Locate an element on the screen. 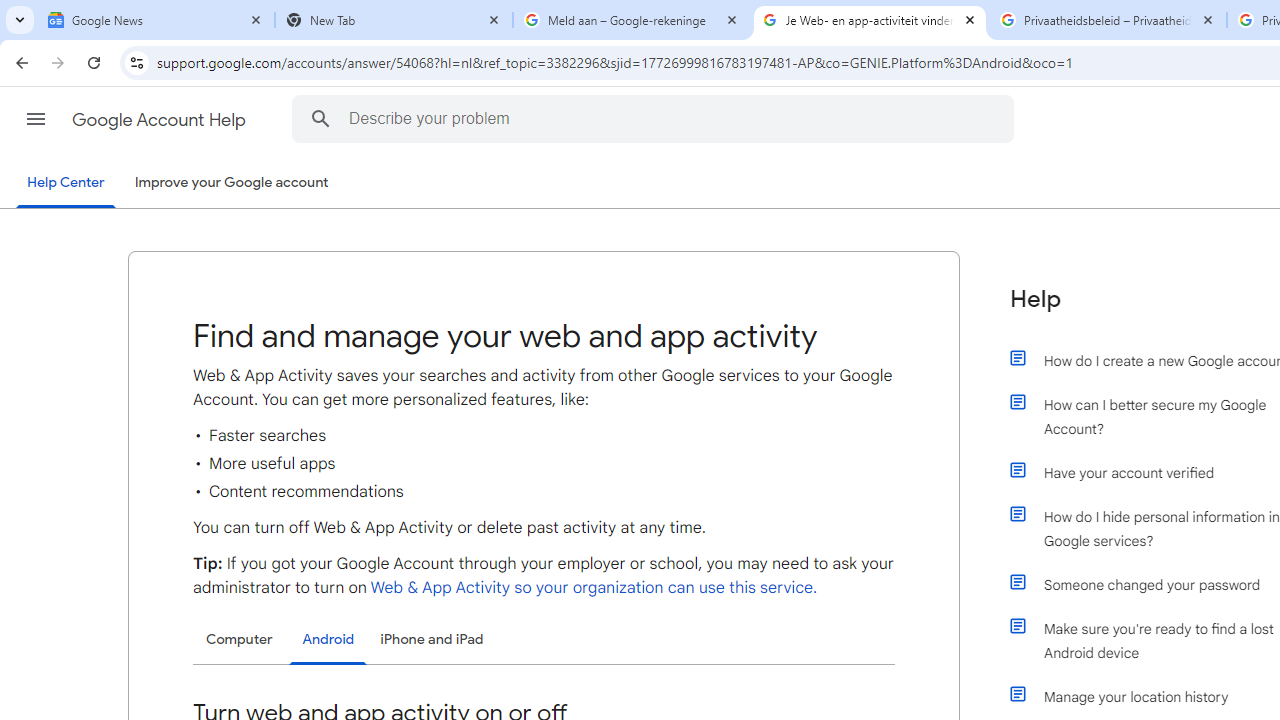 The height and width of the screenshot is (720, 1280). 'Describe your problem' is located at coordinates (656, 118).